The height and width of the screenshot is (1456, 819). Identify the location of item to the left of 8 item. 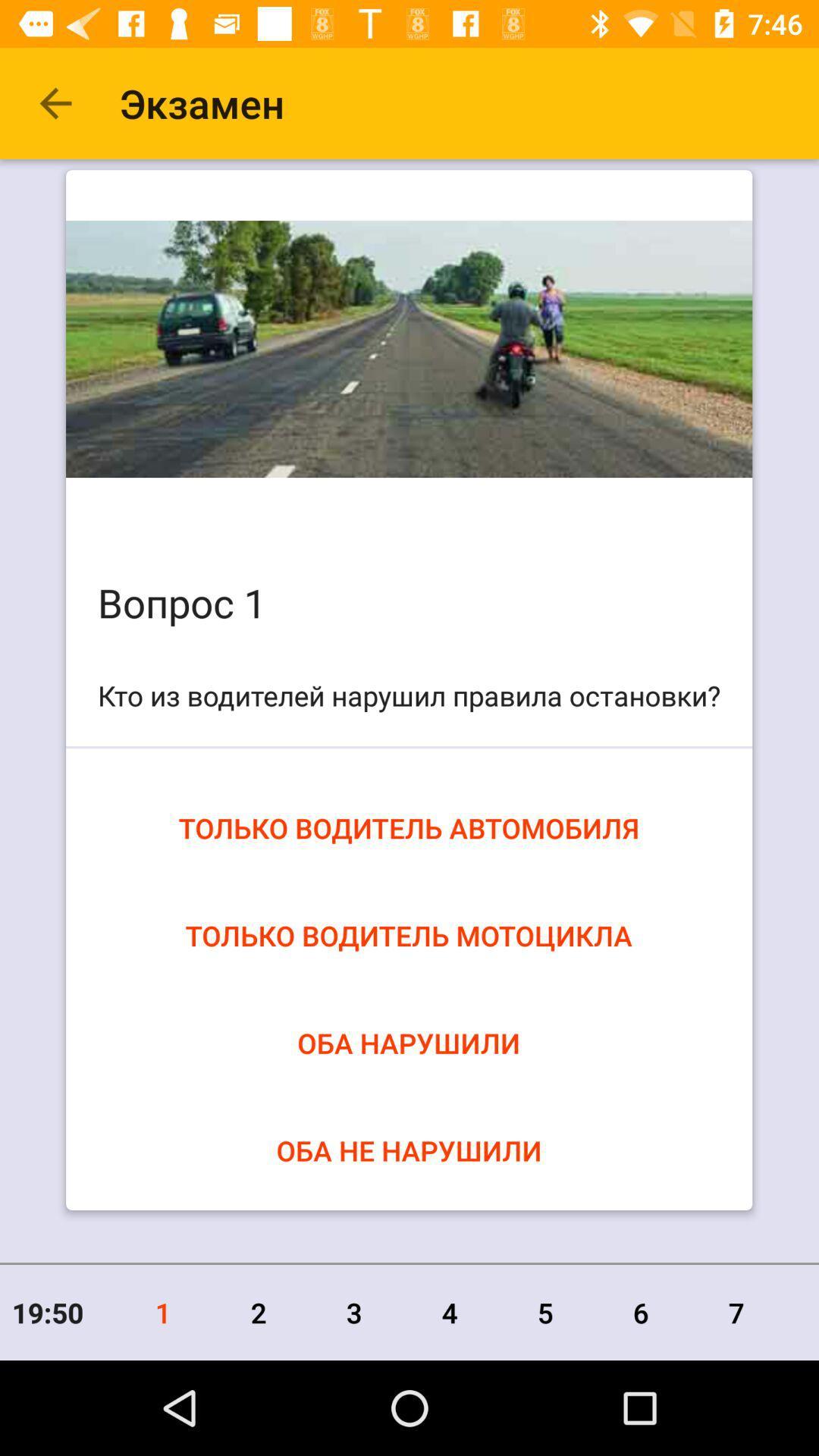
(736, 1312).